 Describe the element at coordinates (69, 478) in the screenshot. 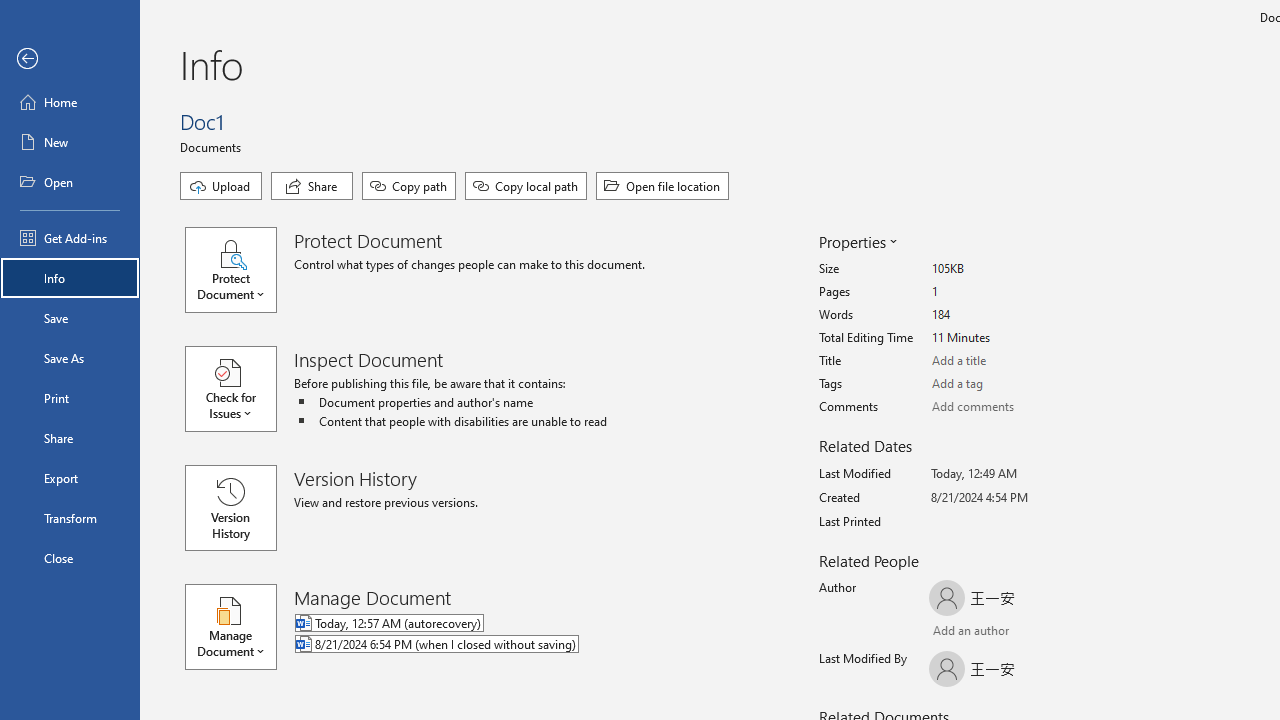

I see `'Export'` at that location.